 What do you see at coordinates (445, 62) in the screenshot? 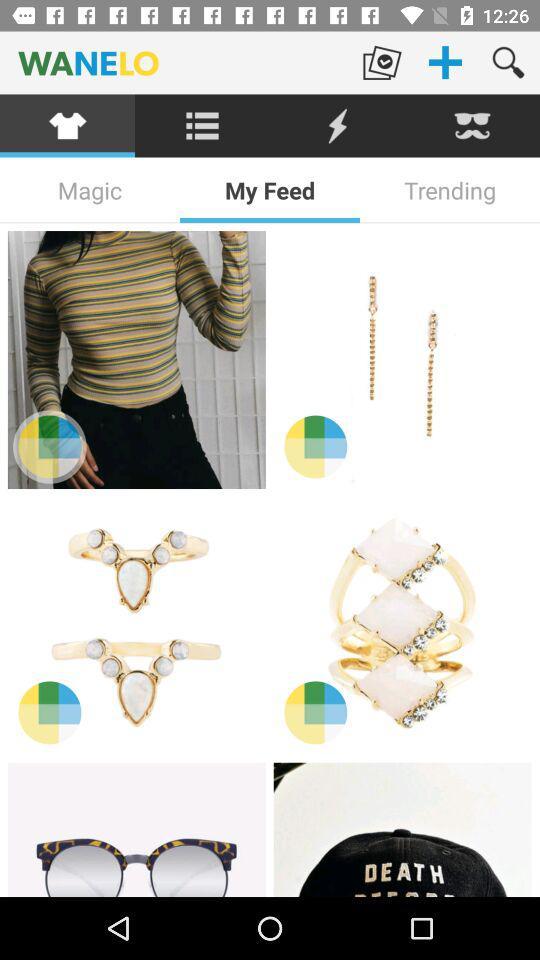
I see `the add icon` at bounding box center [445, 62].